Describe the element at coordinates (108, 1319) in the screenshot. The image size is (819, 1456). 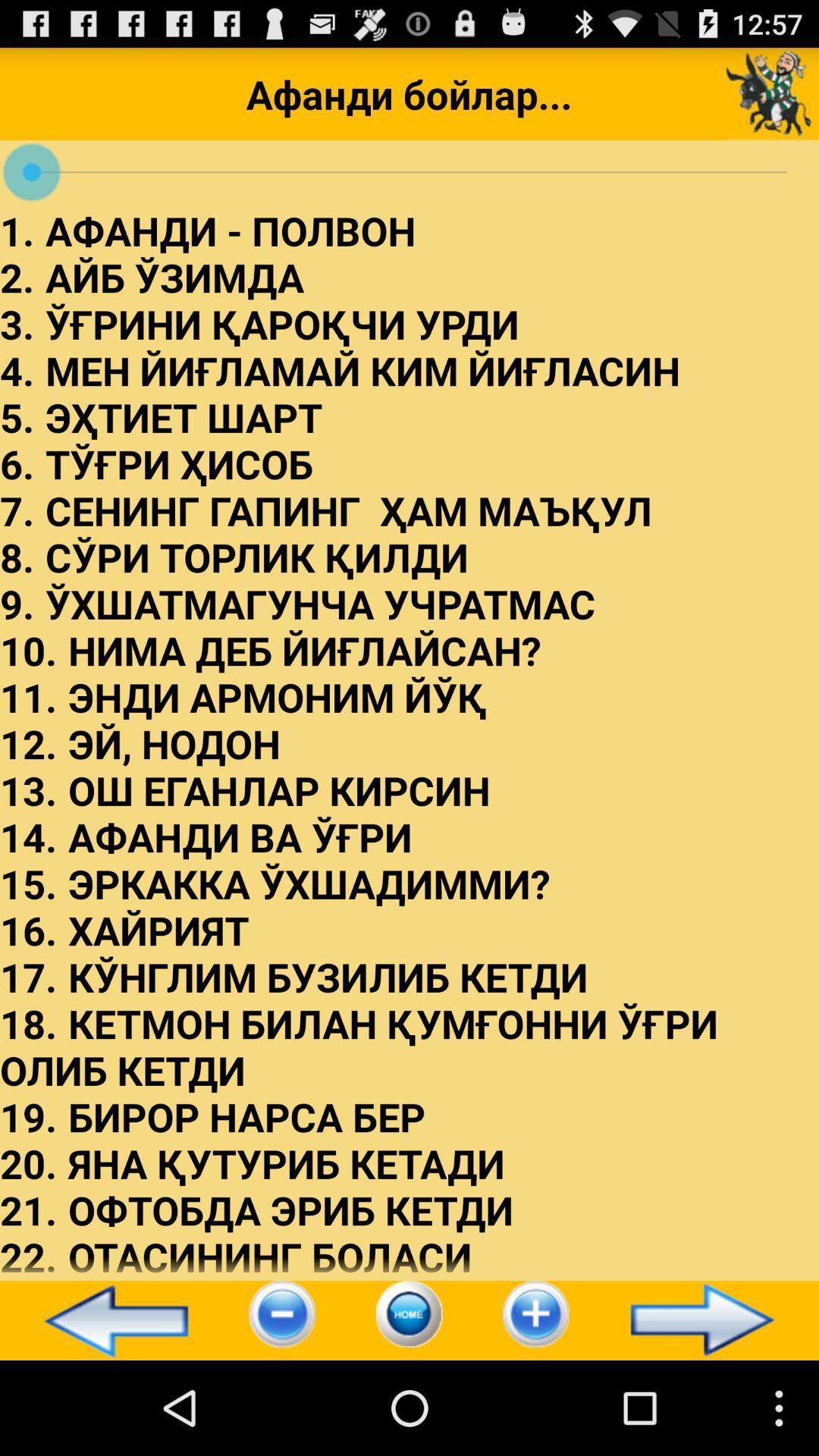
I see `item at the bottom left corner` at that location.